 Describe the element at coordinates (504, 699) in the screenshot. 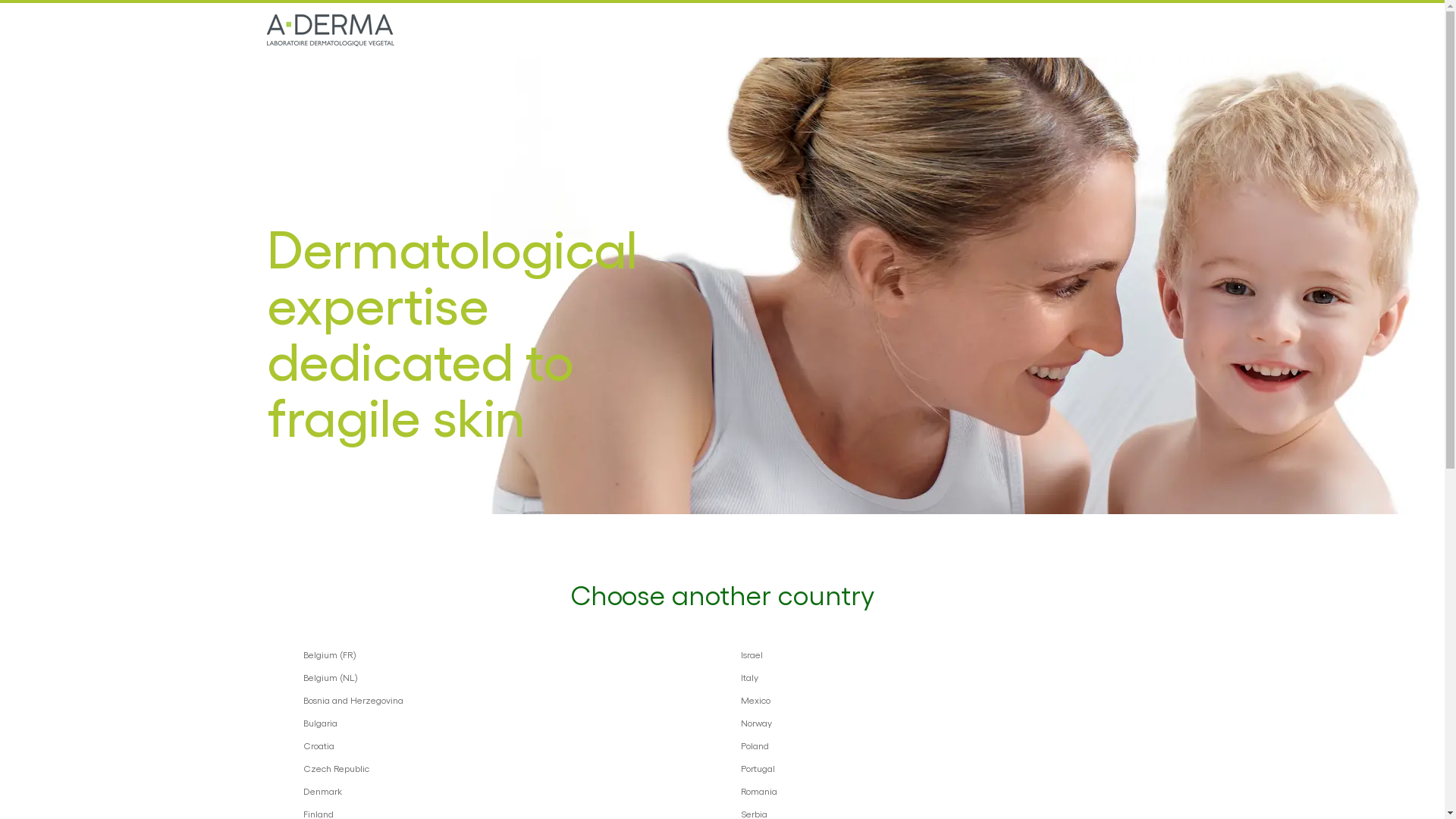

I see `'Bosnia and Herzegovina'` at that location.